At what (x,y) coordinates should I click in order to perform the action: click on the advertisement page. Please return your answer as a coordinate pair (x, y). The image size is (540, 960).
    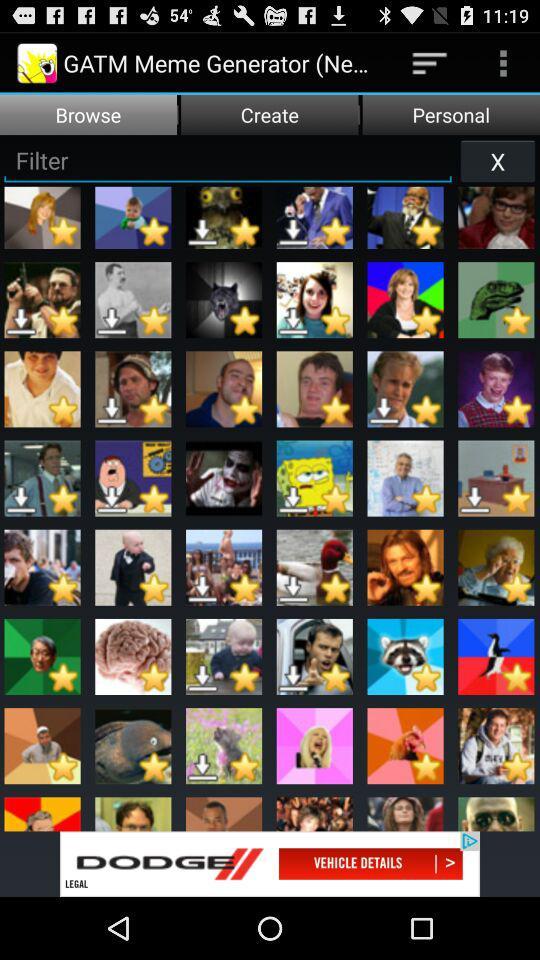
    Looking at the image, I should click on (270, 863).